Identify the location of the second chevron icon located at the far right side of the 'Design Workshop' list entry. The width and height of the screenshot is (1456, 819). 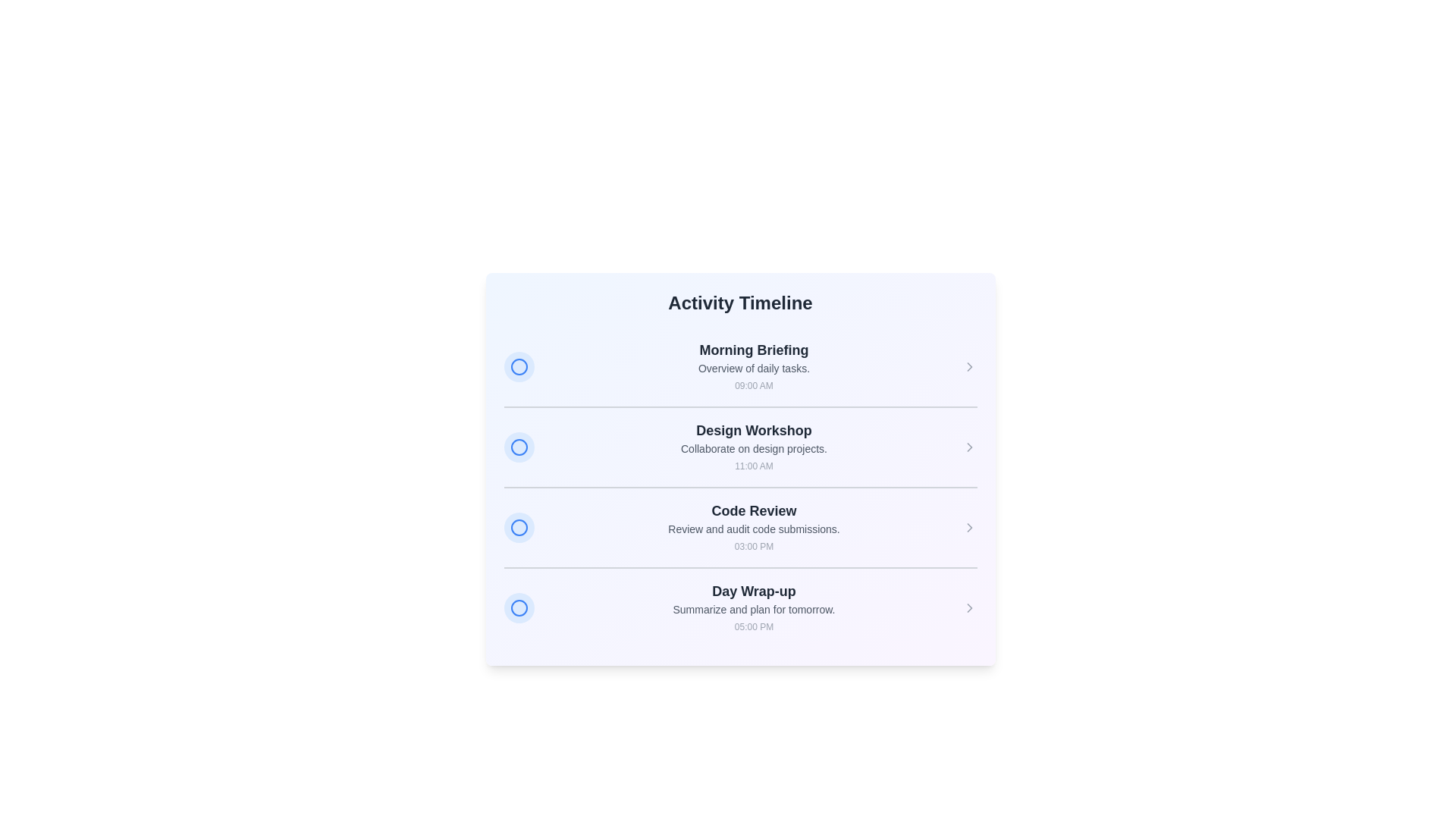
(968, 447).